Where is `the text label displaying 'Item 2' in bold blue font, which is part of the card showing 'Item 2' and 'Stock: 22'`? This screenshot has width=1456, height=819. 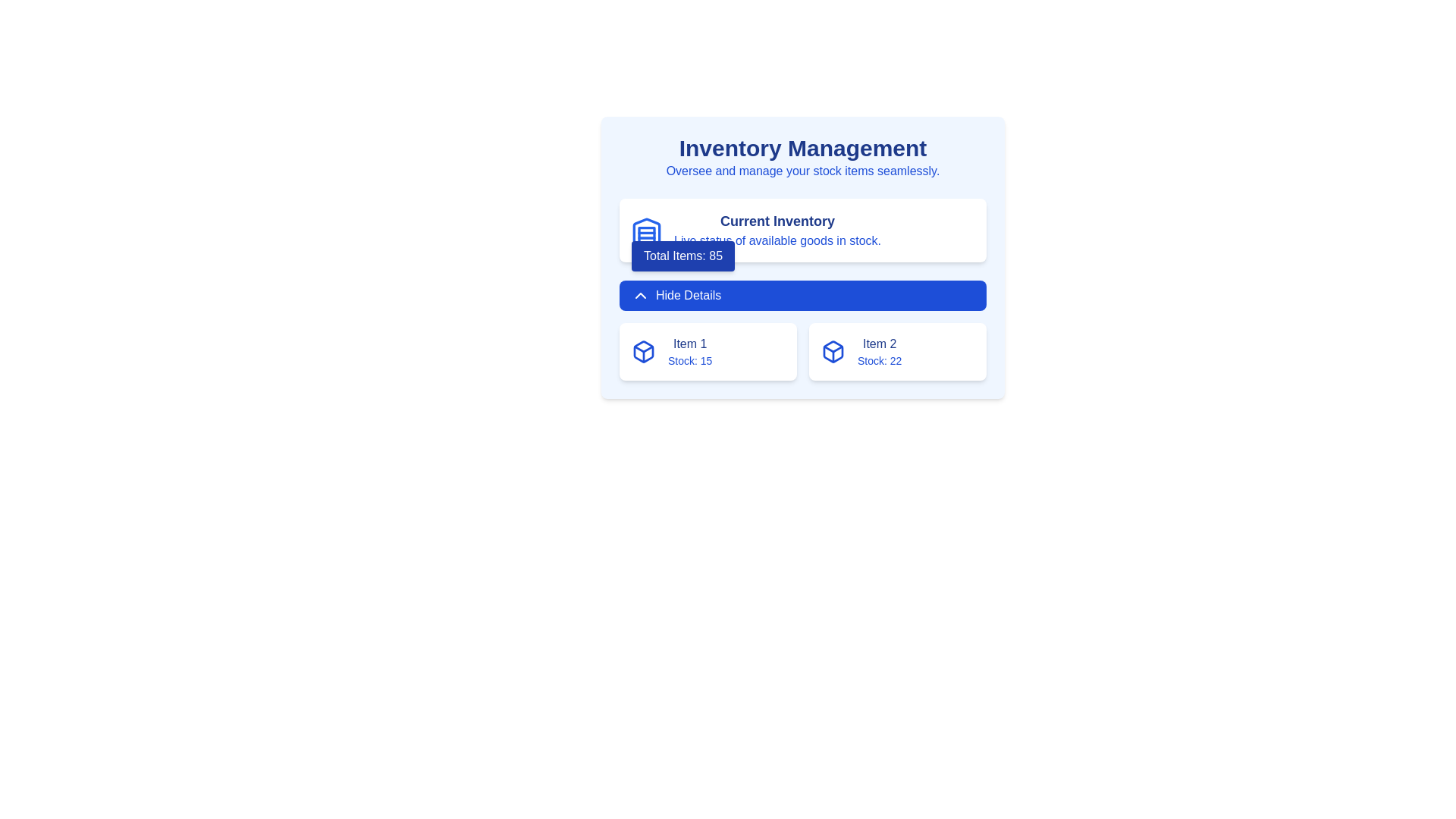
the text label displaying 'Item 2' in bold blue font, which is part of the card showing 'Item 2' and 'Stock: 22' is located at coordinates (880, 344).